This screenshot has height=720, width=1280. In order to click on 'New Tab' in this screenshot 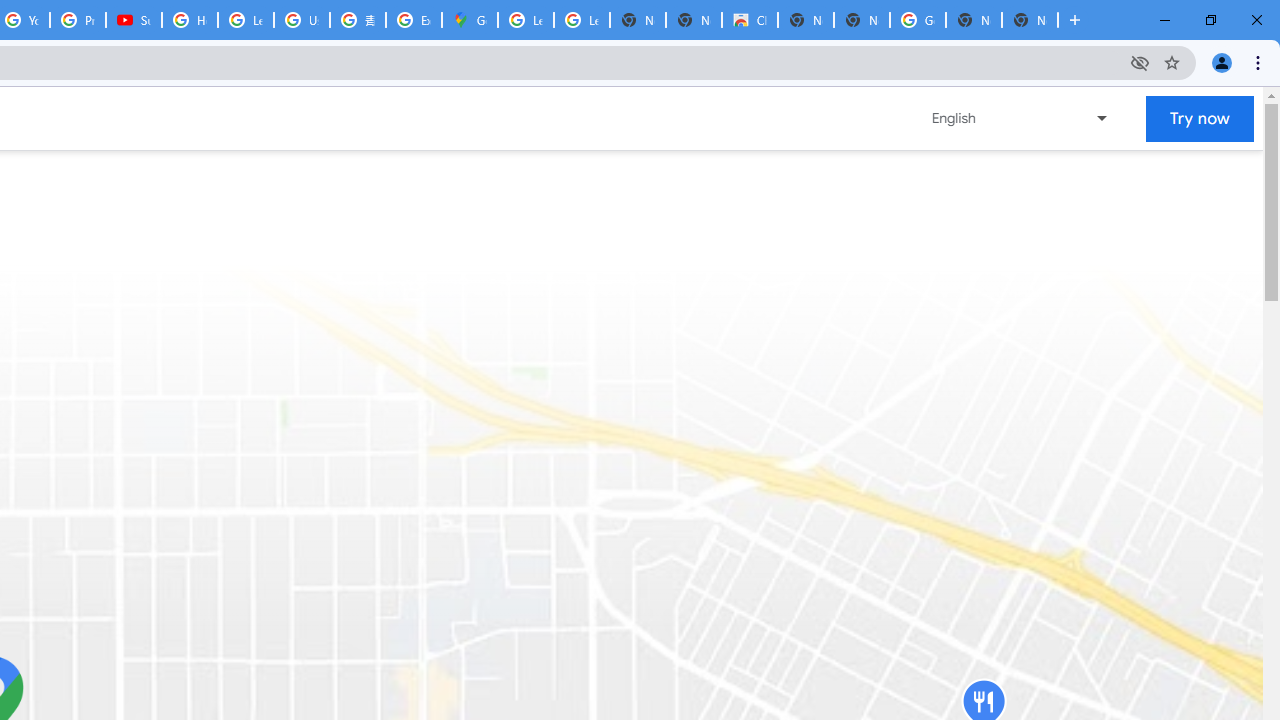, I will do `click(1030, 20)`.